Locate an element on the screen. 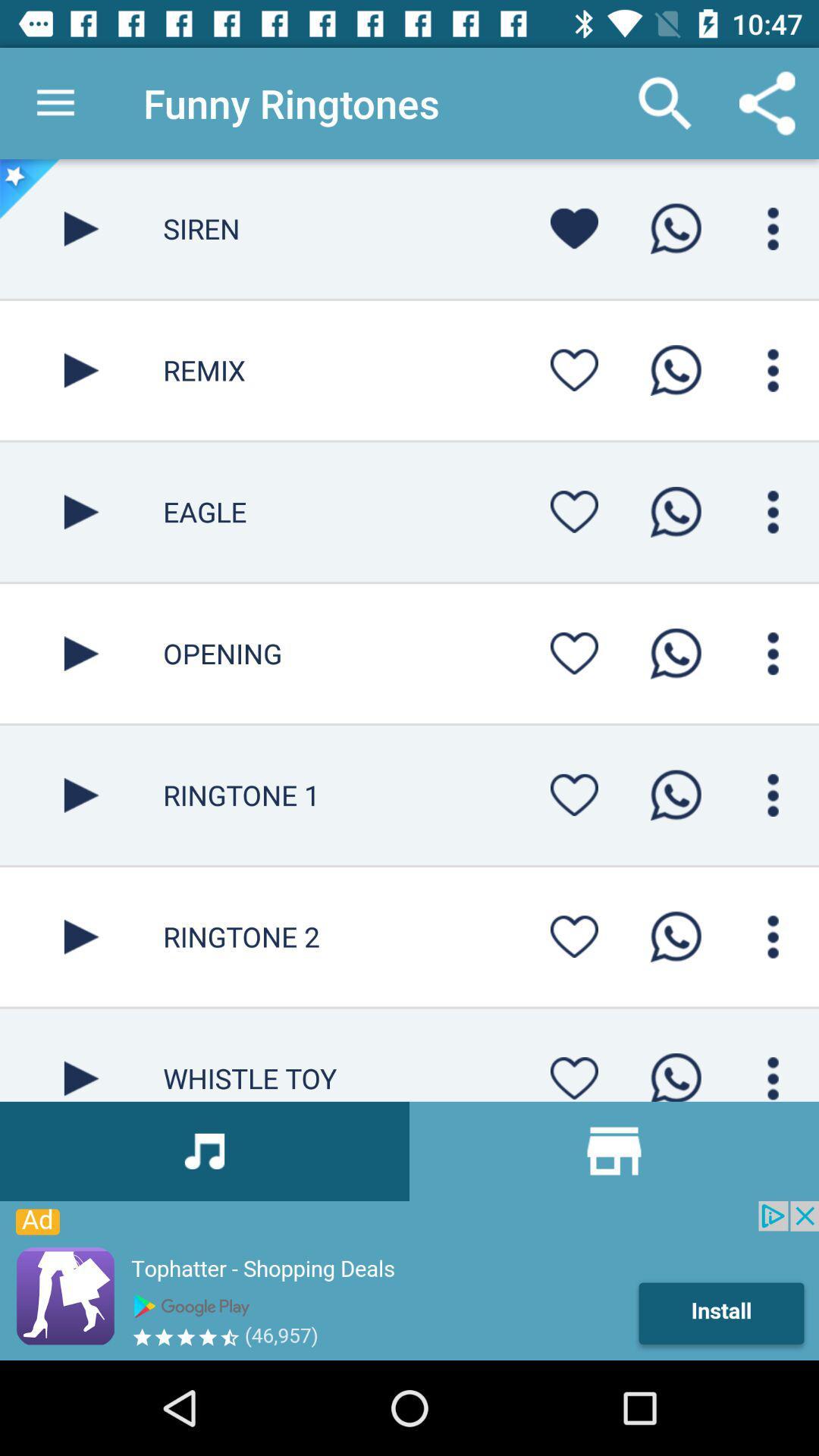 This screenshot has height=1456, width=819. extra option is located at coordinates (773, 512).